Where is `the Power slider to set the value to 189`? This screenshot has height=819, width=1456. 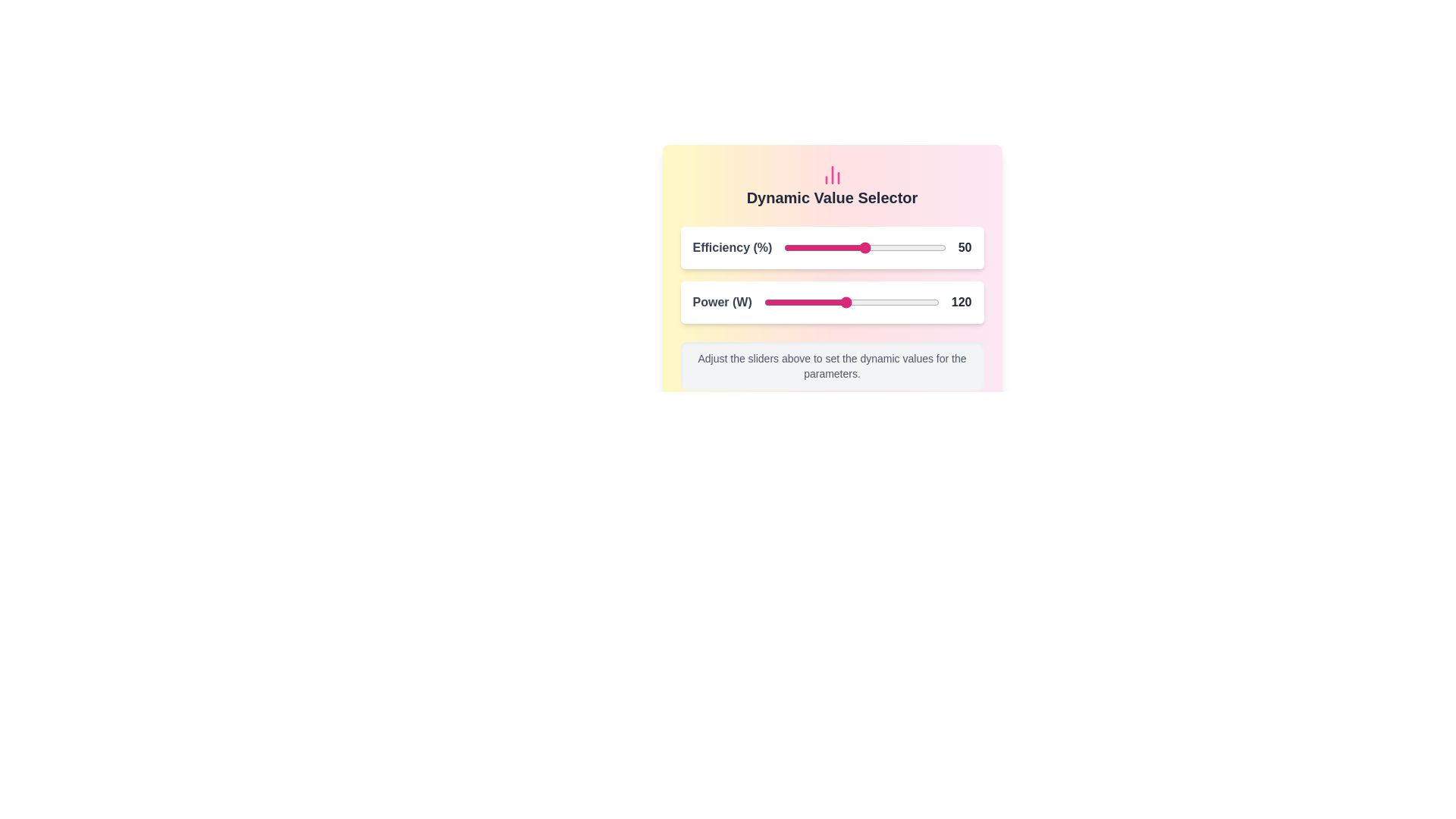
the Power slider to set the value to 189 is located at coordinates (925, 302).